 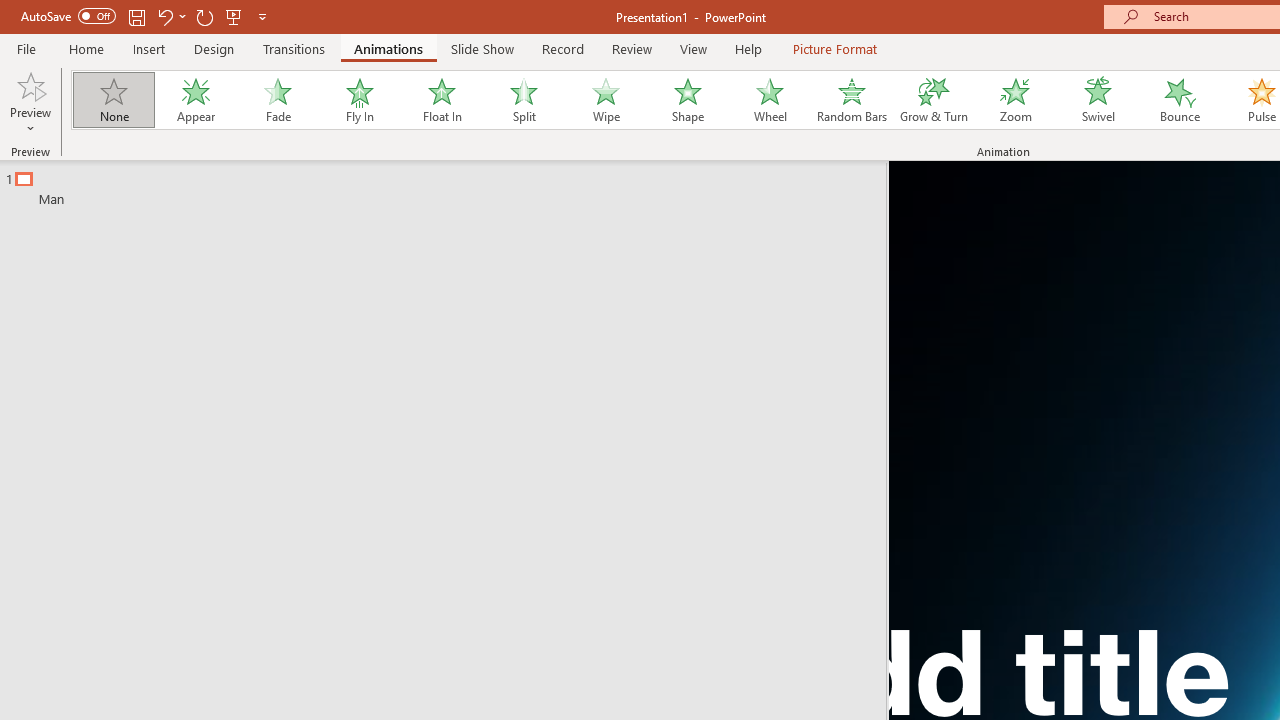 I want to click on 'Appear', so click(x=195, y=100).